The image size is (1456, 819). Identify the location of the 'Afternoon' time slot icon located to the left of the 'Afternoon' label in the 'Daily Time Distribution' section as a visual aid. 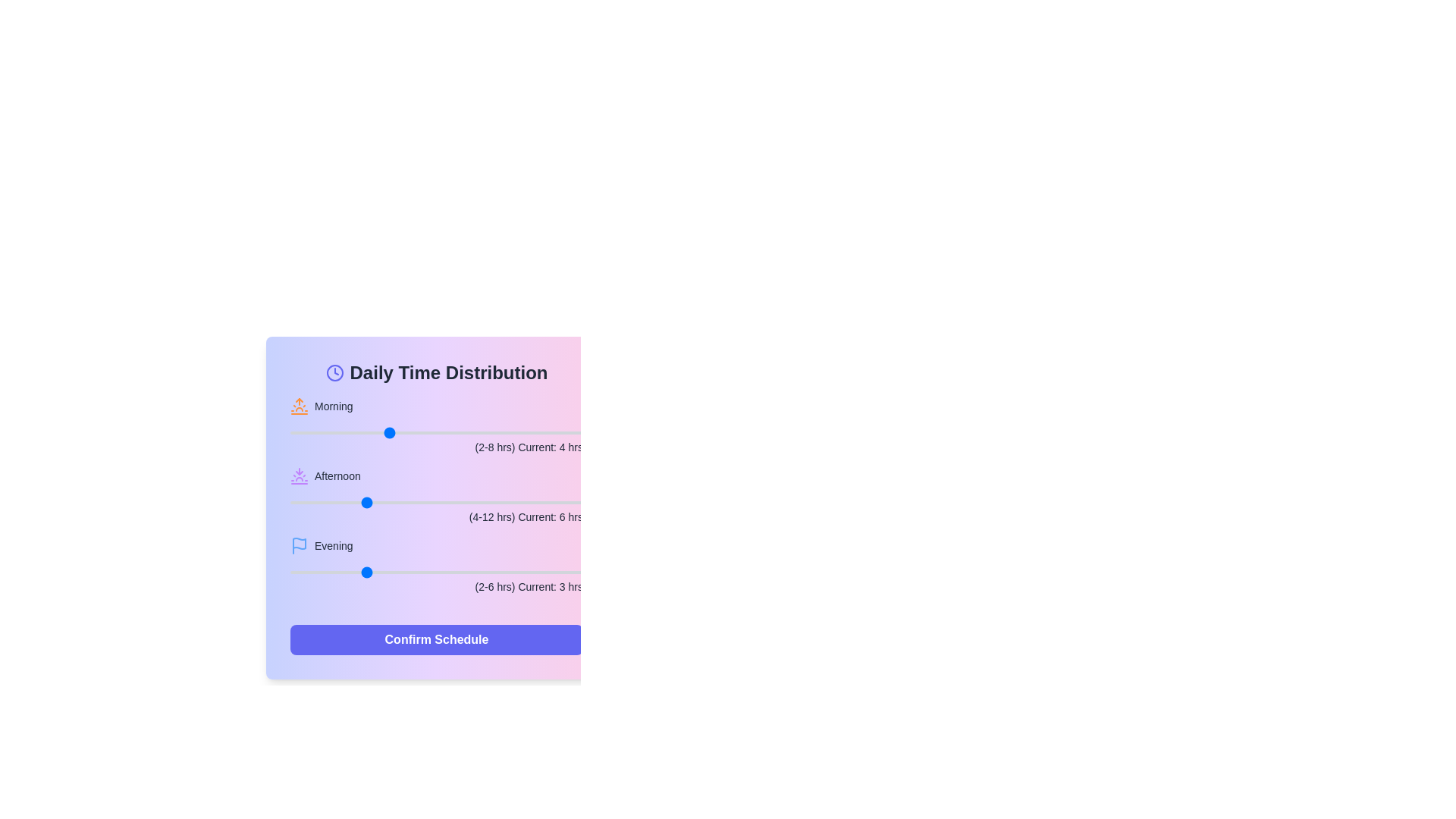
(299, 475).